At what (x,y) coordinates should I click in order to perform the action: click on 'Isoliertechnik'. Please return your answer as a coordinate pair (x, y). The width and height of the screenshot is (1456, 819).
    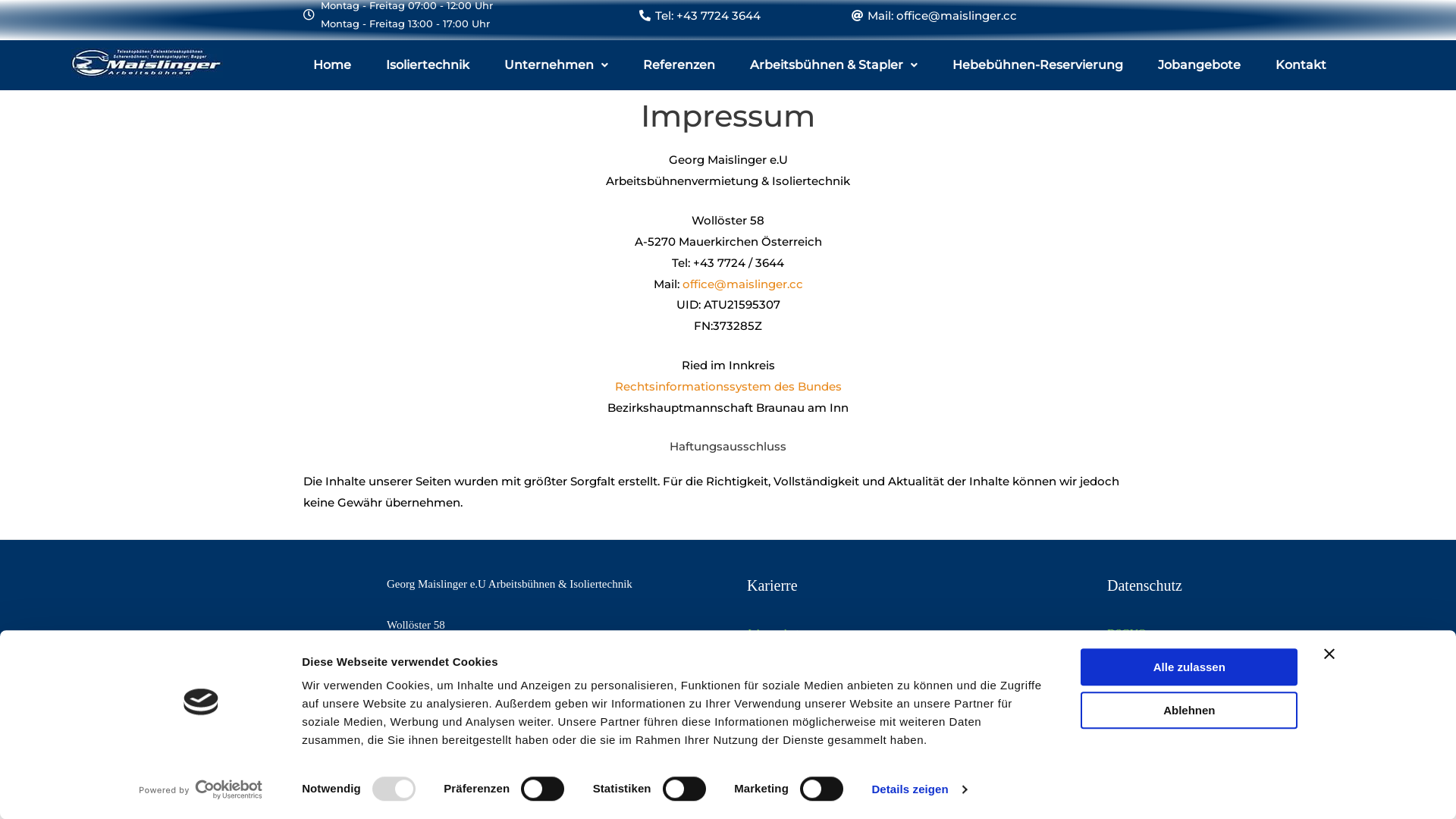
    Looking at the image, I should click on (426, 64).